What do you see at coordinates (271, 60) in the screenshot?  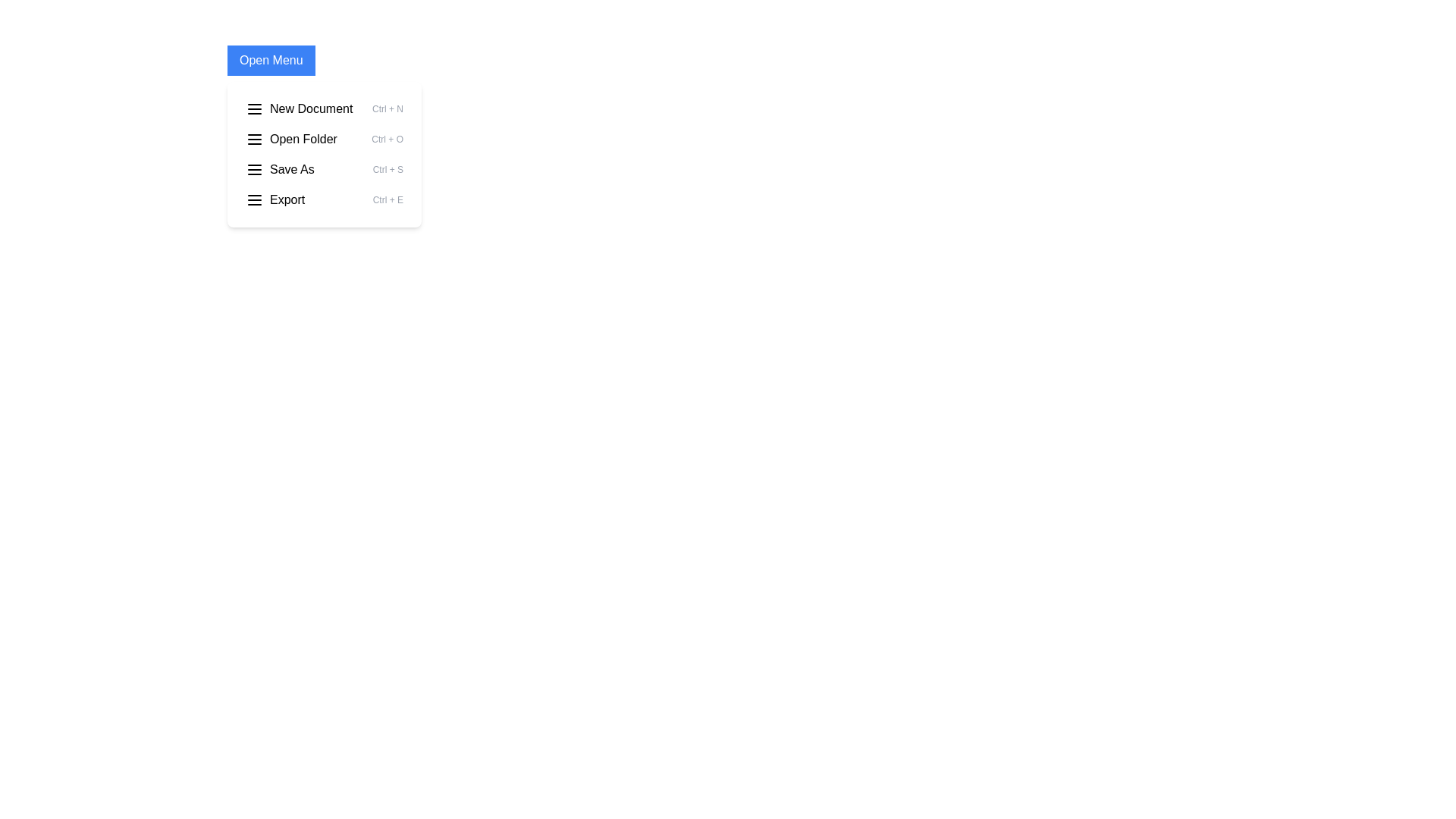 I see `the 'Open Menu' button, which is a rectangular button with rounded corners and a blue background` at bounding box center [271, 60].